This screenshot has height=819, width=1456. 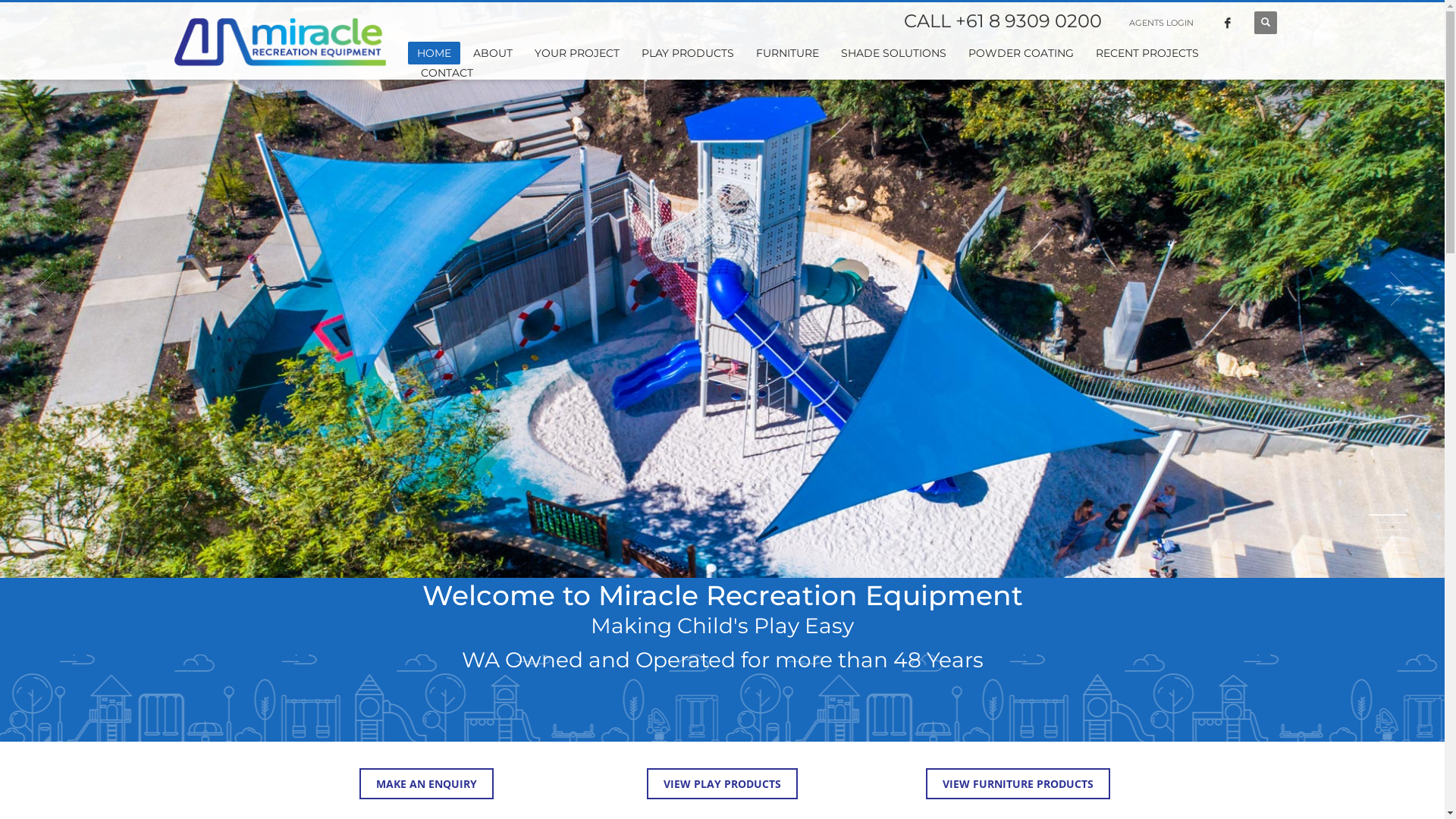 What do you see at coordinates (1018, 783) in the screenshot?
I see `'VIEW FURNITURE PRODUCTS'` at bounding box center [1018, 783].